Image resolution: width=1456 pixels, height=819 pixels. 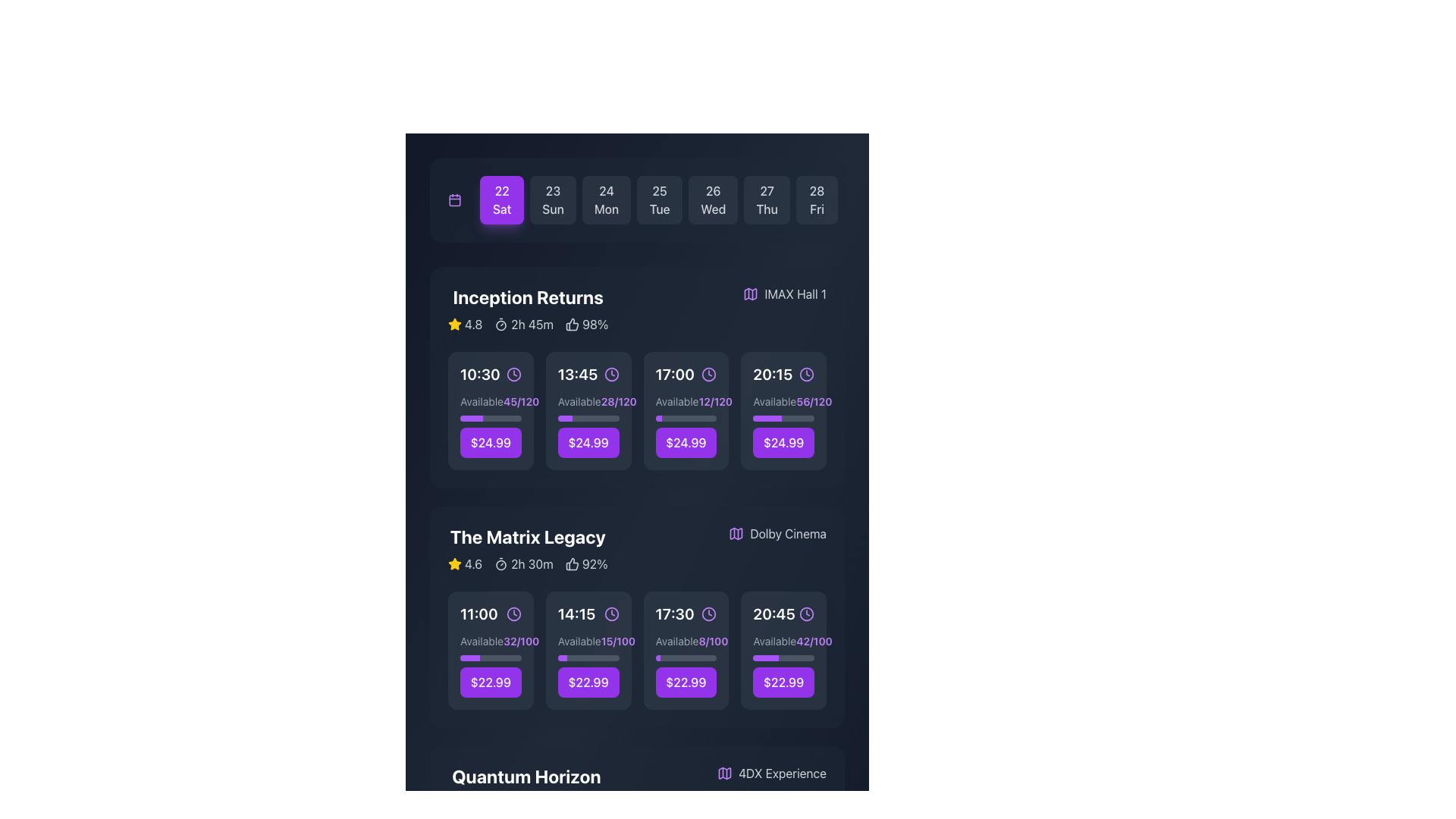 I want to click on the purchase button for the movie 'The Matrix Legacy' at the time slot '14:15' to trigger the hover effect, so click(x=588, y=681).